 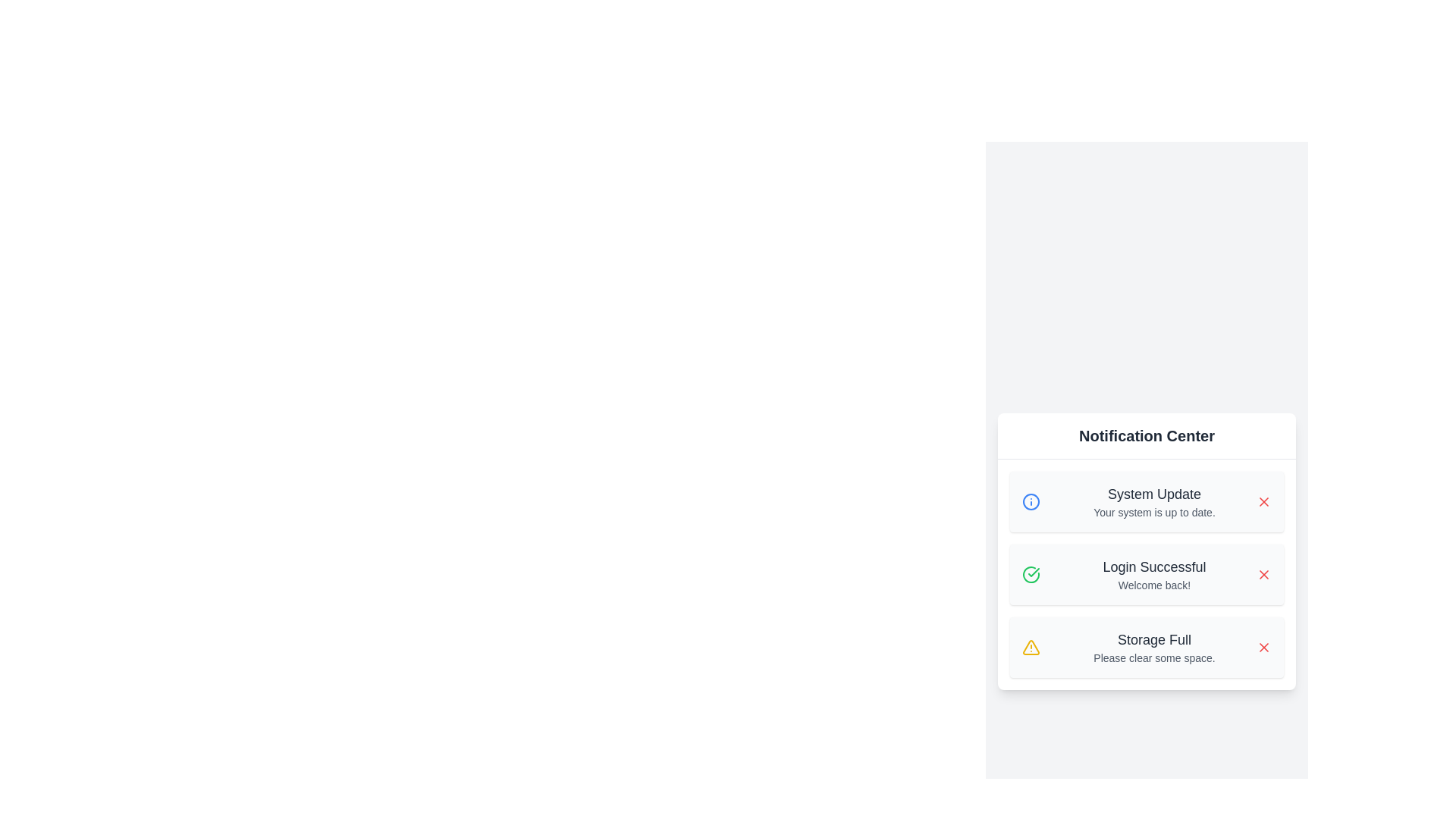 I want to click on the Interactive icon (close button) located at the top-right corner of the 'System Update' notification block, so click(x=1263, y=500).